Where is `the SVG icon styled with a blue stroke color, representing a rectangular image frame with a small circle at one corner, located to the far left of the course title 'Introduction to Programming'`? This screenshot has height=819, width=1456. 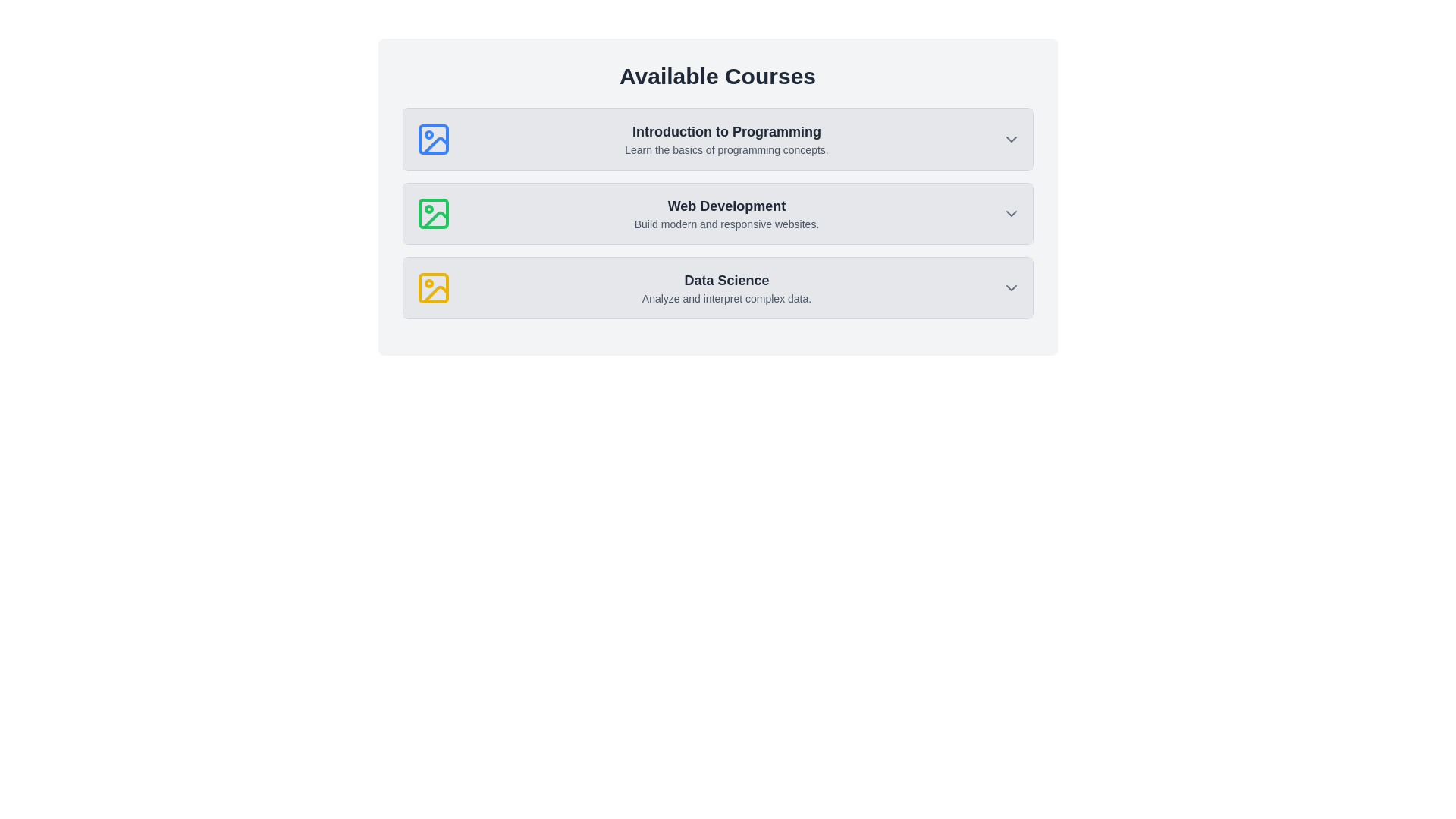 the SVG icon styled with a blue stroke color, representing a rectangular image frame with a small circle at one corner, located to the far left of the course title 'Introduction to Programming' is located at coordinates (432, 140).